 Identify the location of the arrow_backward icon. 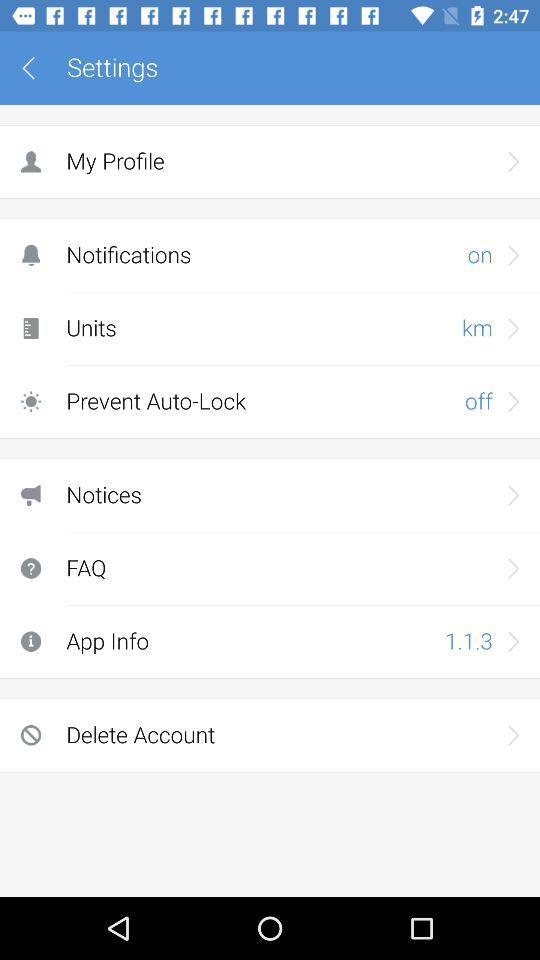
(35, 68).